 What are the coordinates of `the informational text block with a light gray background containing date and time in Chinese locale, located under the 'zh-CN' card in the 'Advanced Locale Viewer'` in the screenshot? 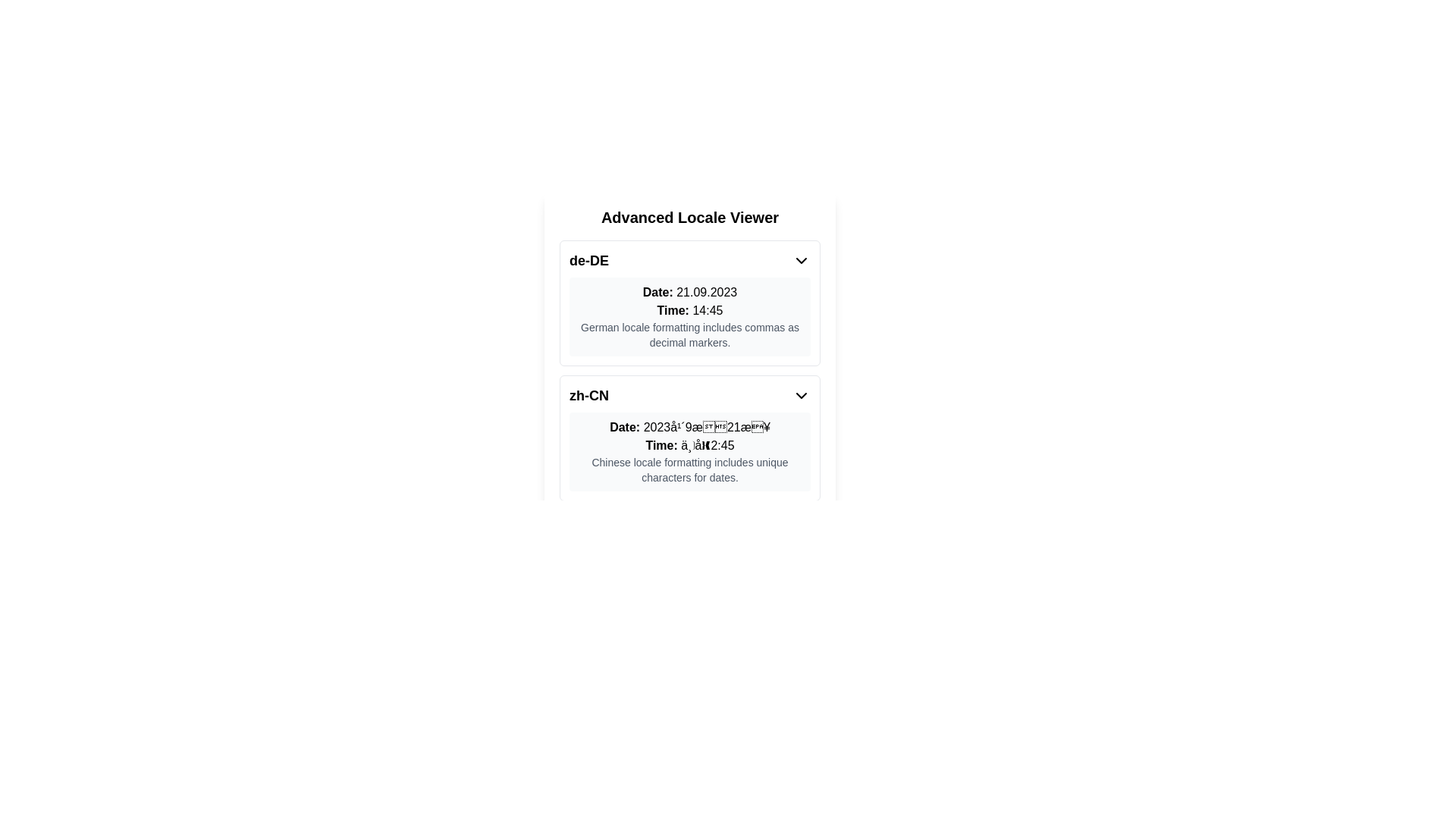 It's located at (689, 451).